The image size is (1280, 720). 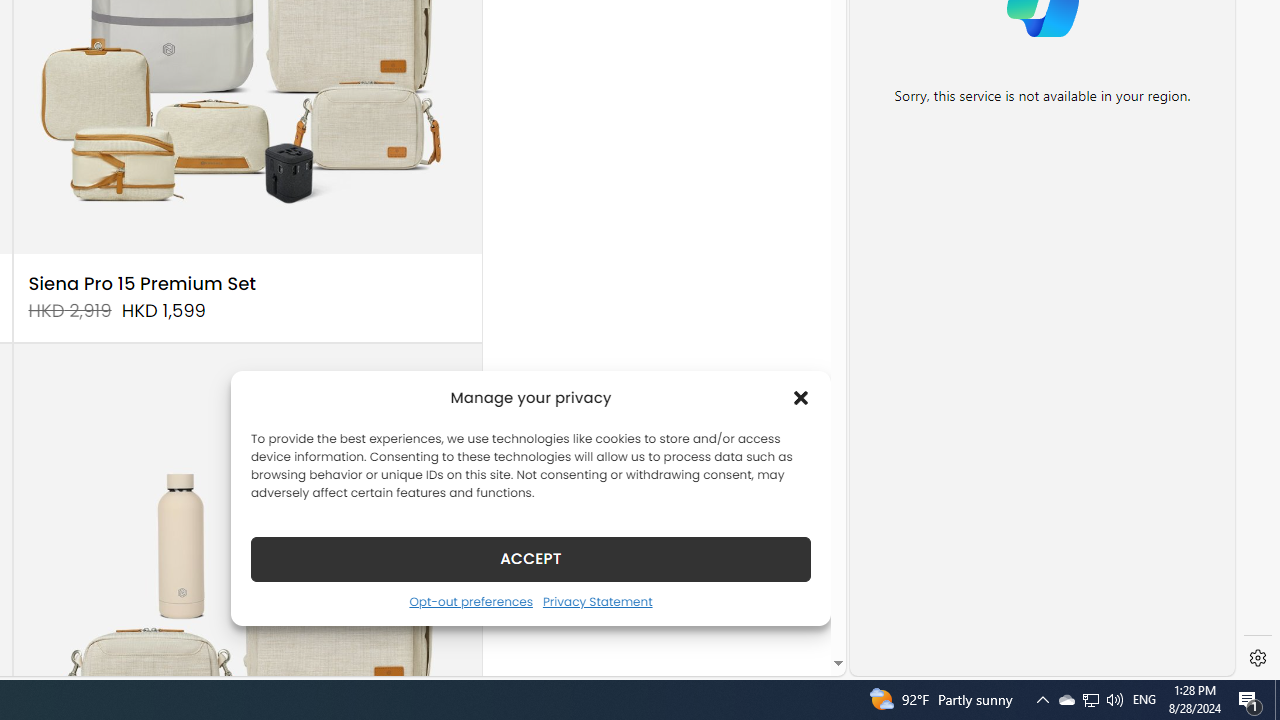 I want to click on 'ACCEPT', so click(x=531, y=558).